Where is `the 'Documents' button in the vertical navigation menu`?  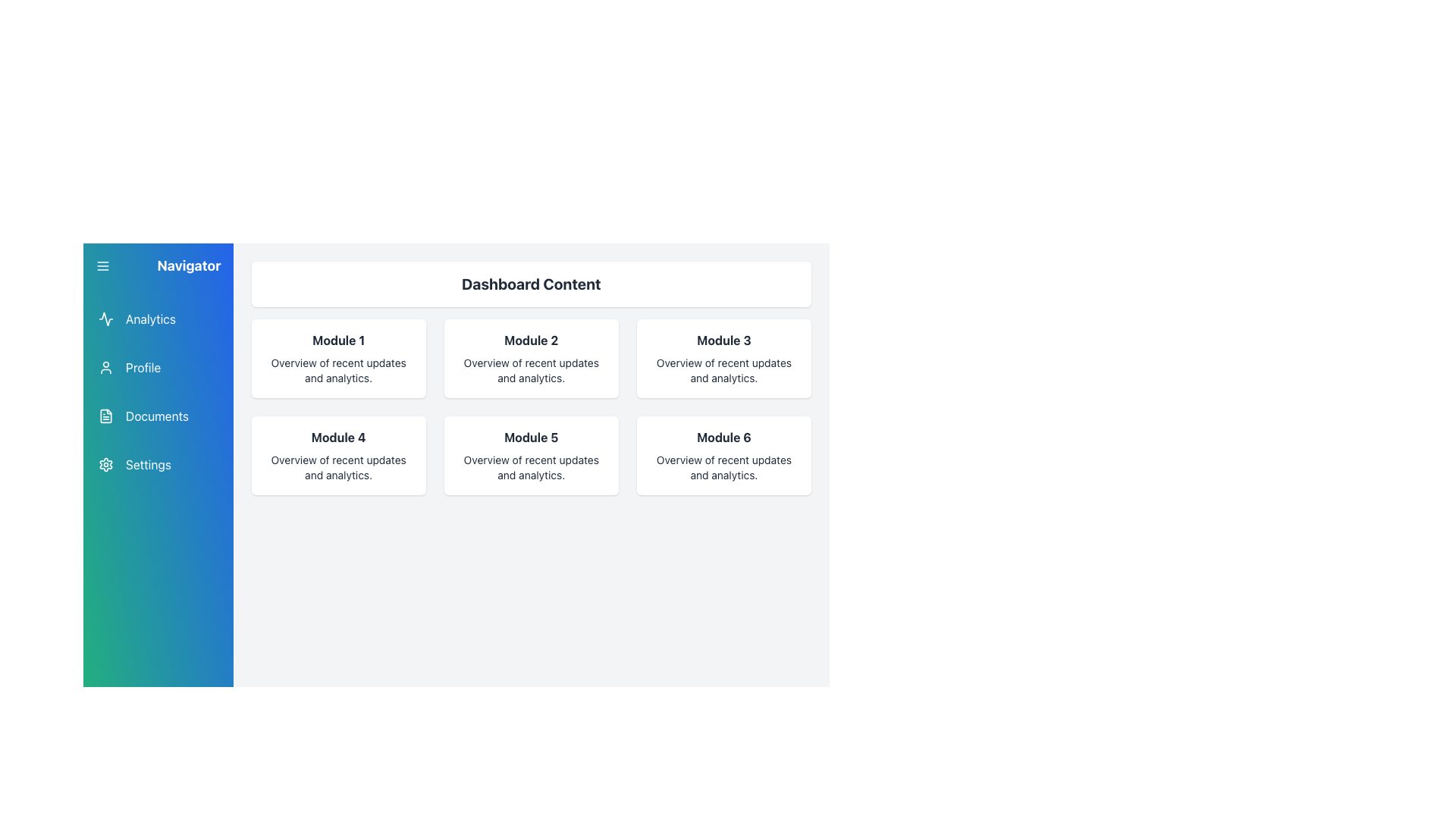 the 'Documents' button in the vertical navigation menu is located at coordinates (158, 416).